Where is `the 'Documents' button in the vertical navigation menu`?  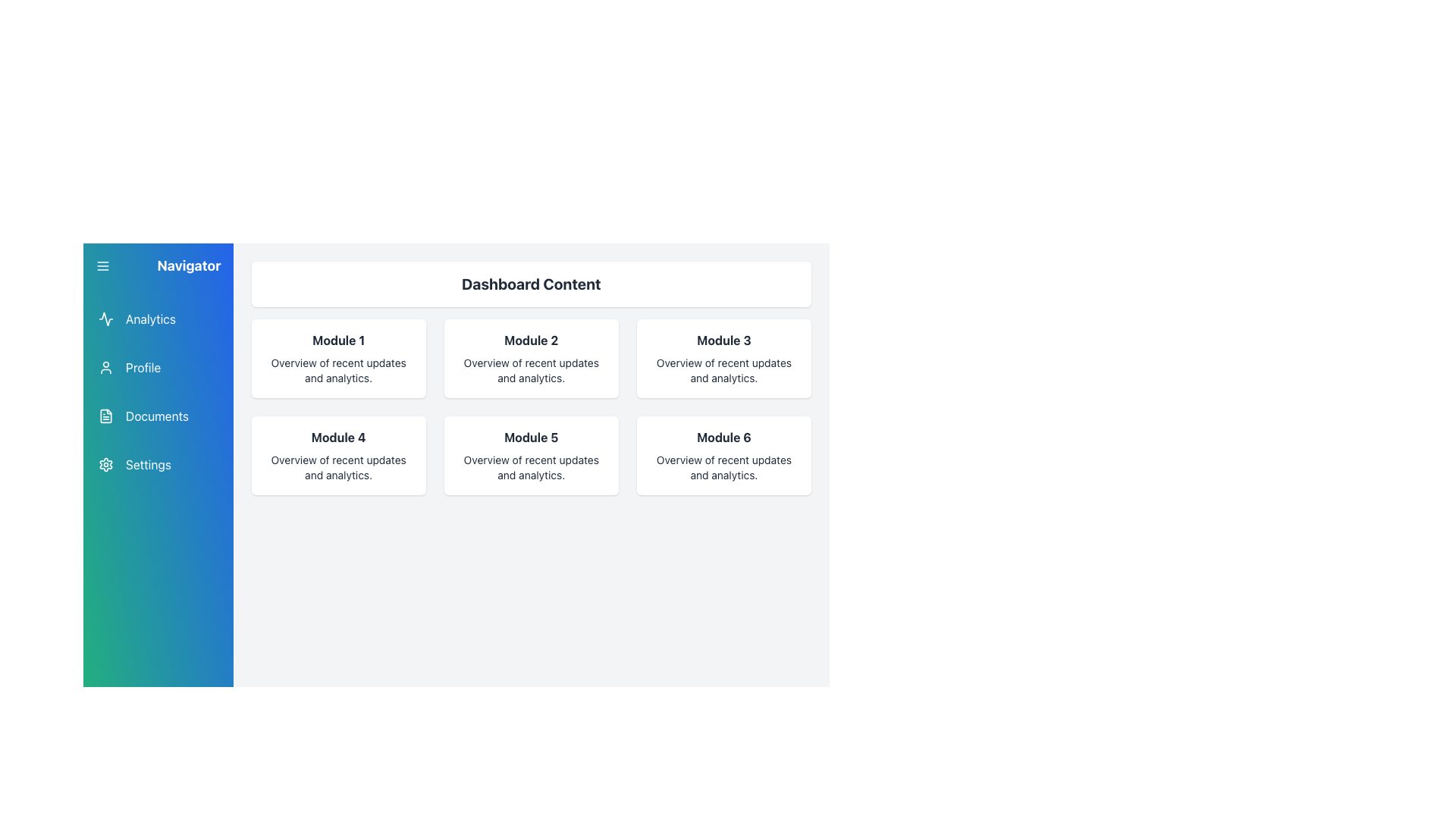 the 'Documents' button in the vertical navigation menu is located at coordinates (158, 416).